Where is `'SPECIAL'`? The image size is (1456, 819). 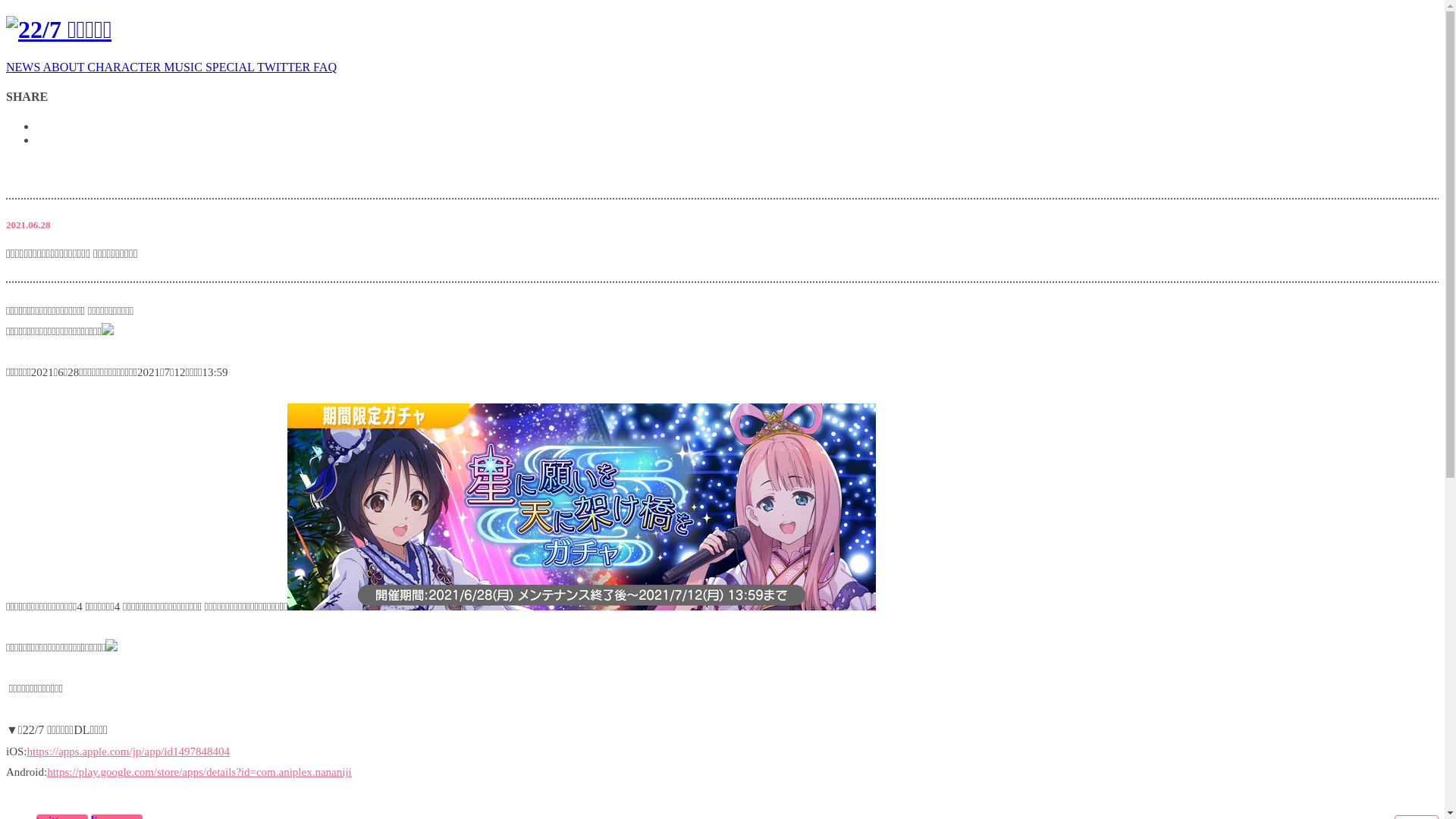
'SPECIAL' is located at coordinates (231, 66).